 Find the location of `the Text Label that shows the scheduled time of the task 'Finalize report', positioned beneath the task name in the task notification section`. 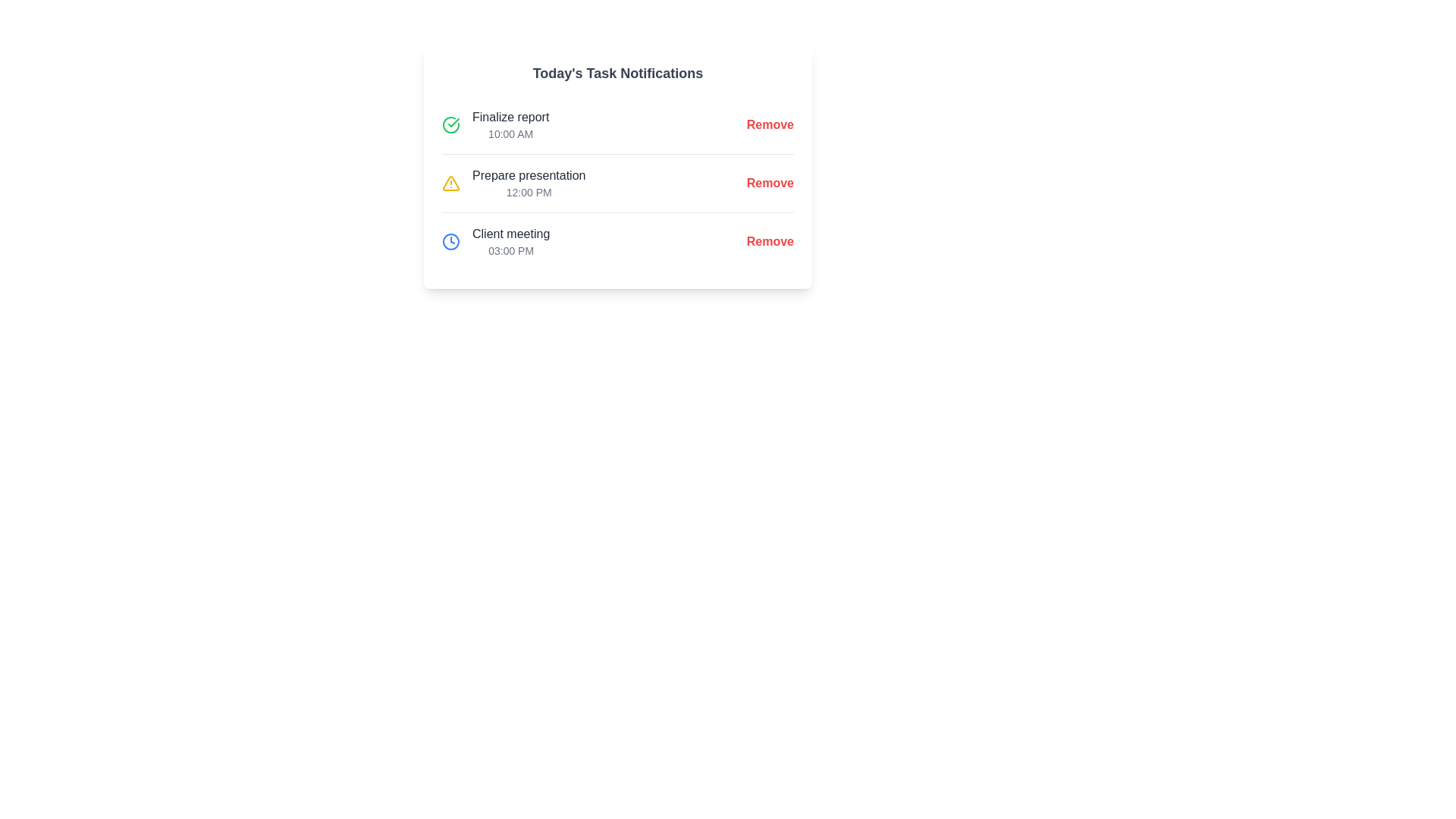

the Text Label that shows the scheduled time of the task 'Finalize report', positioned beneath the task name in the task notification section is located at coordinates (510, 133).